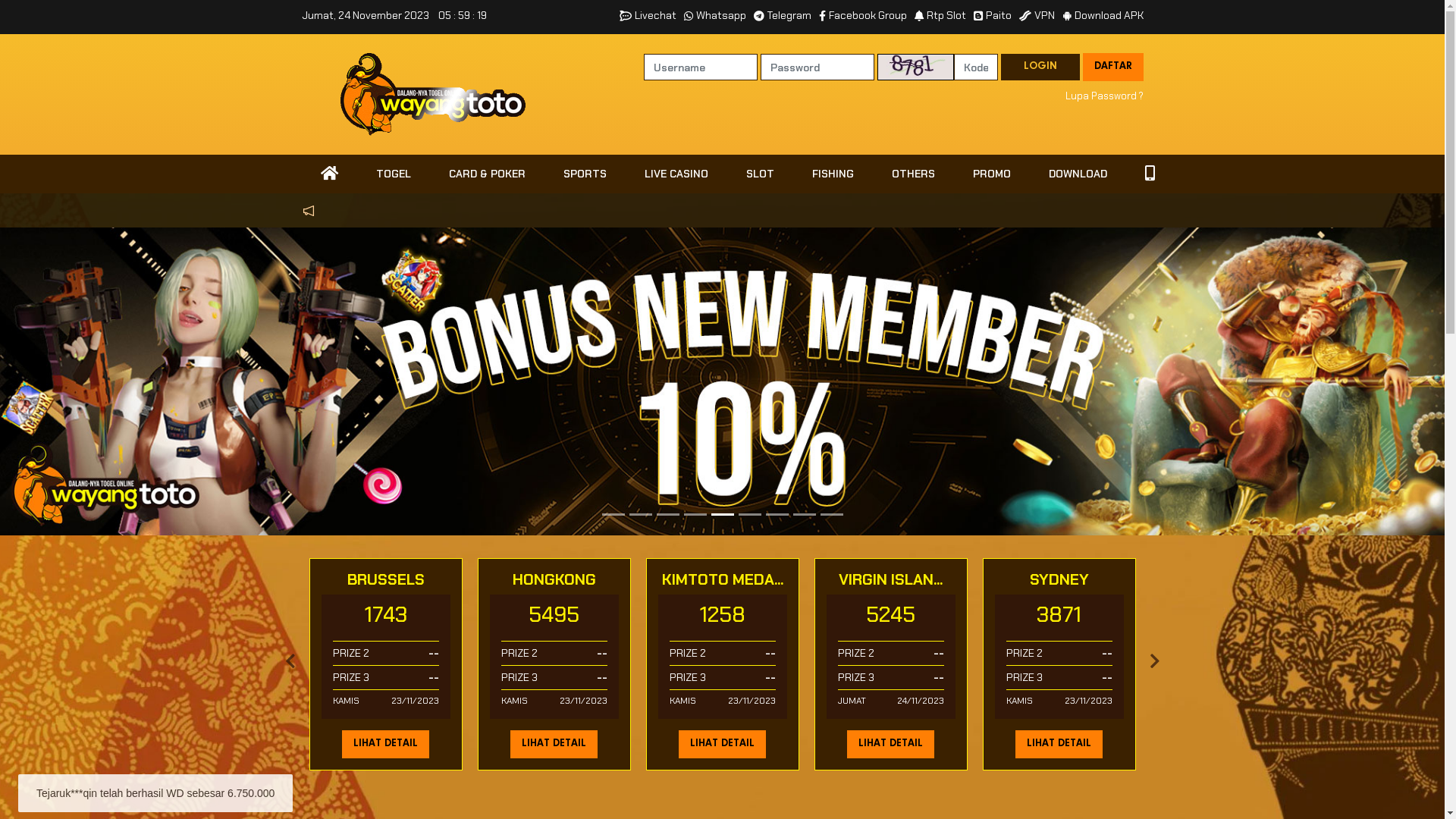  Describe the element at coordinates (584, 173) in the screenshot. I see `'SPORTS'` at that location.